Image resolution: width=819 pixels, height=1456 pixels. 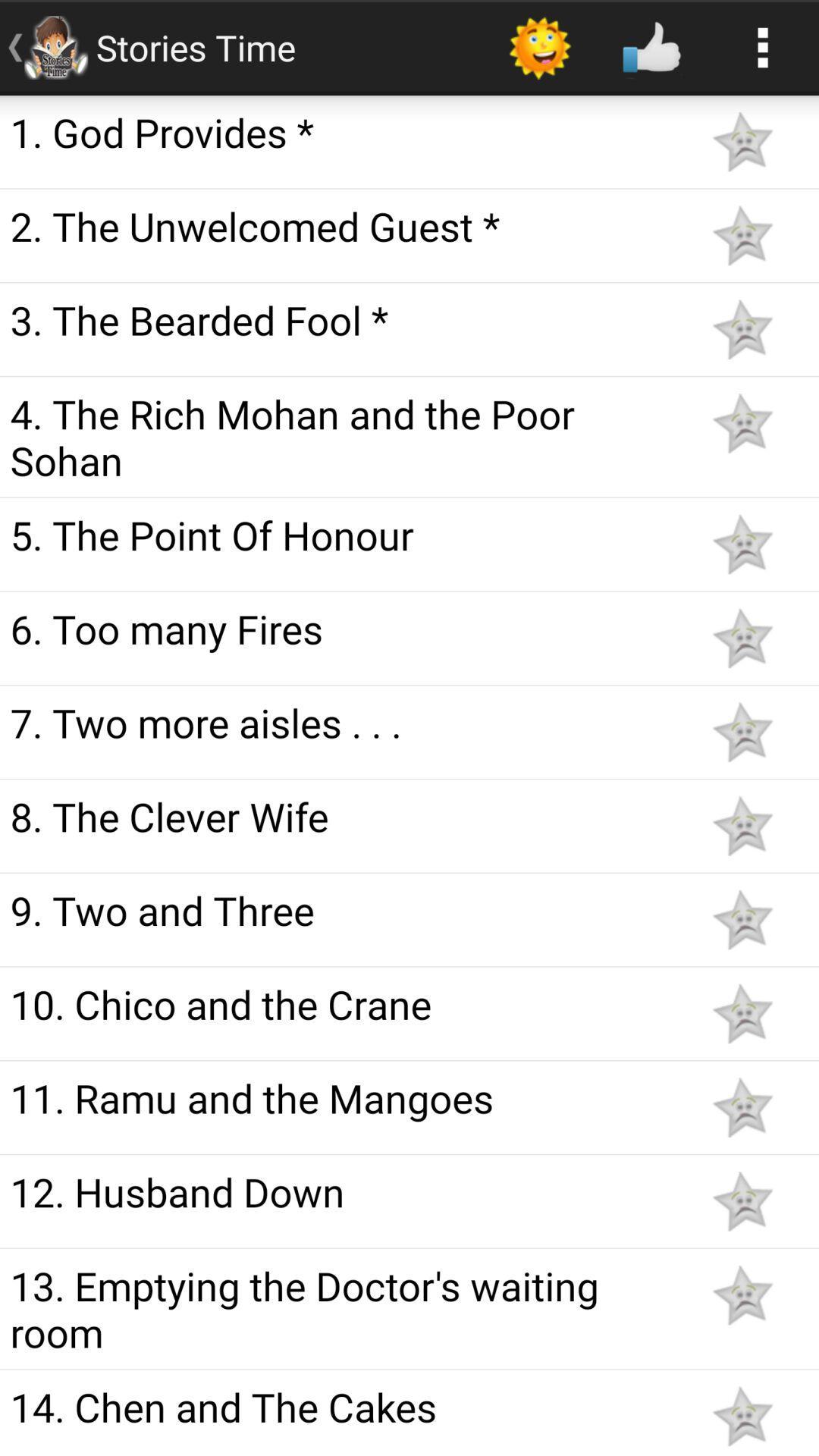 What do you see at coordinates (742, 1415) in the screenshot?
I see `favorite` at bounding box center [742, 1415].